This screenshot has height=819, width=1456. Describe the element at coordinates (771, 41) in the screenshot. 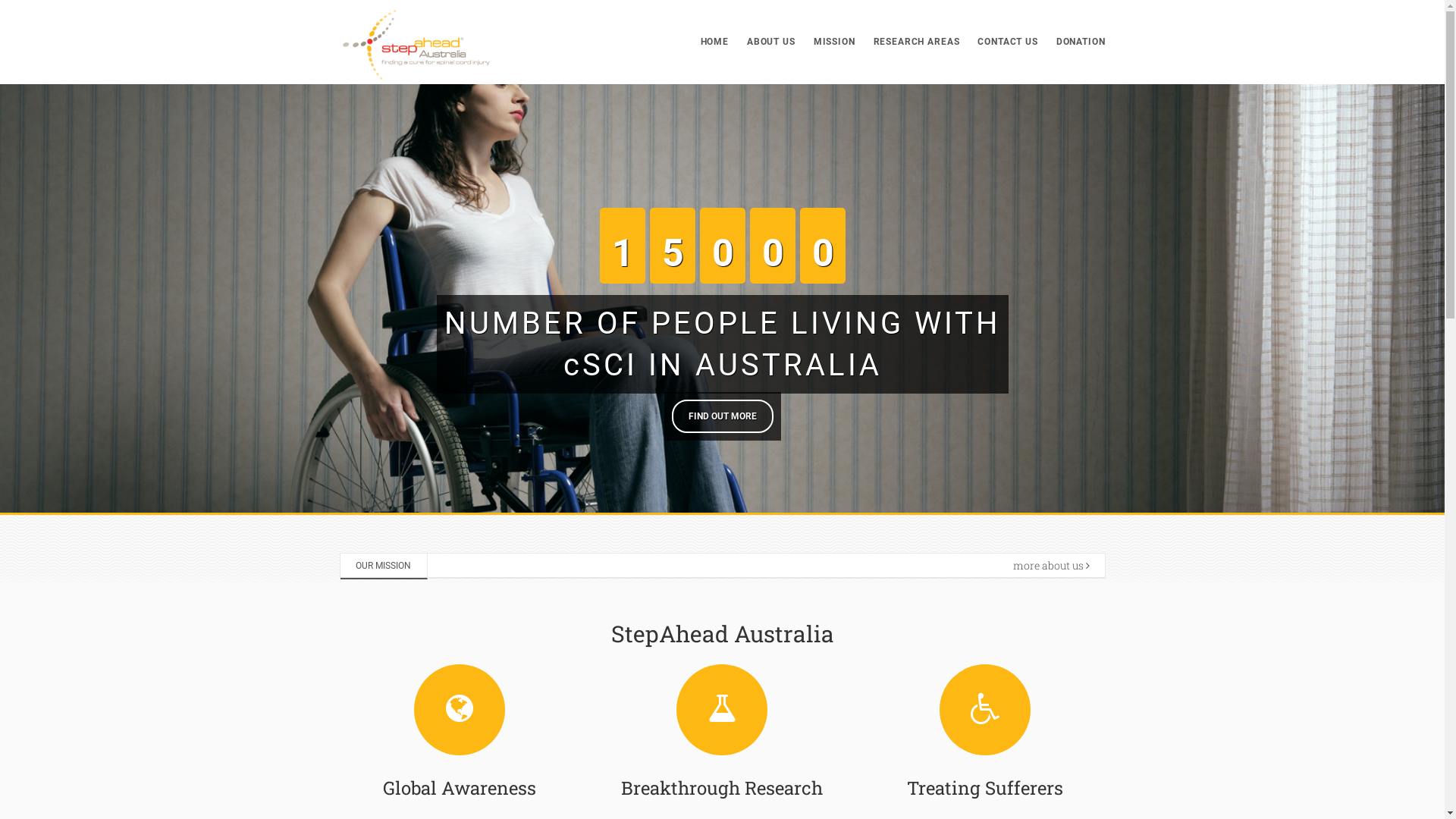

I see `'ABOUT US'` at that location.